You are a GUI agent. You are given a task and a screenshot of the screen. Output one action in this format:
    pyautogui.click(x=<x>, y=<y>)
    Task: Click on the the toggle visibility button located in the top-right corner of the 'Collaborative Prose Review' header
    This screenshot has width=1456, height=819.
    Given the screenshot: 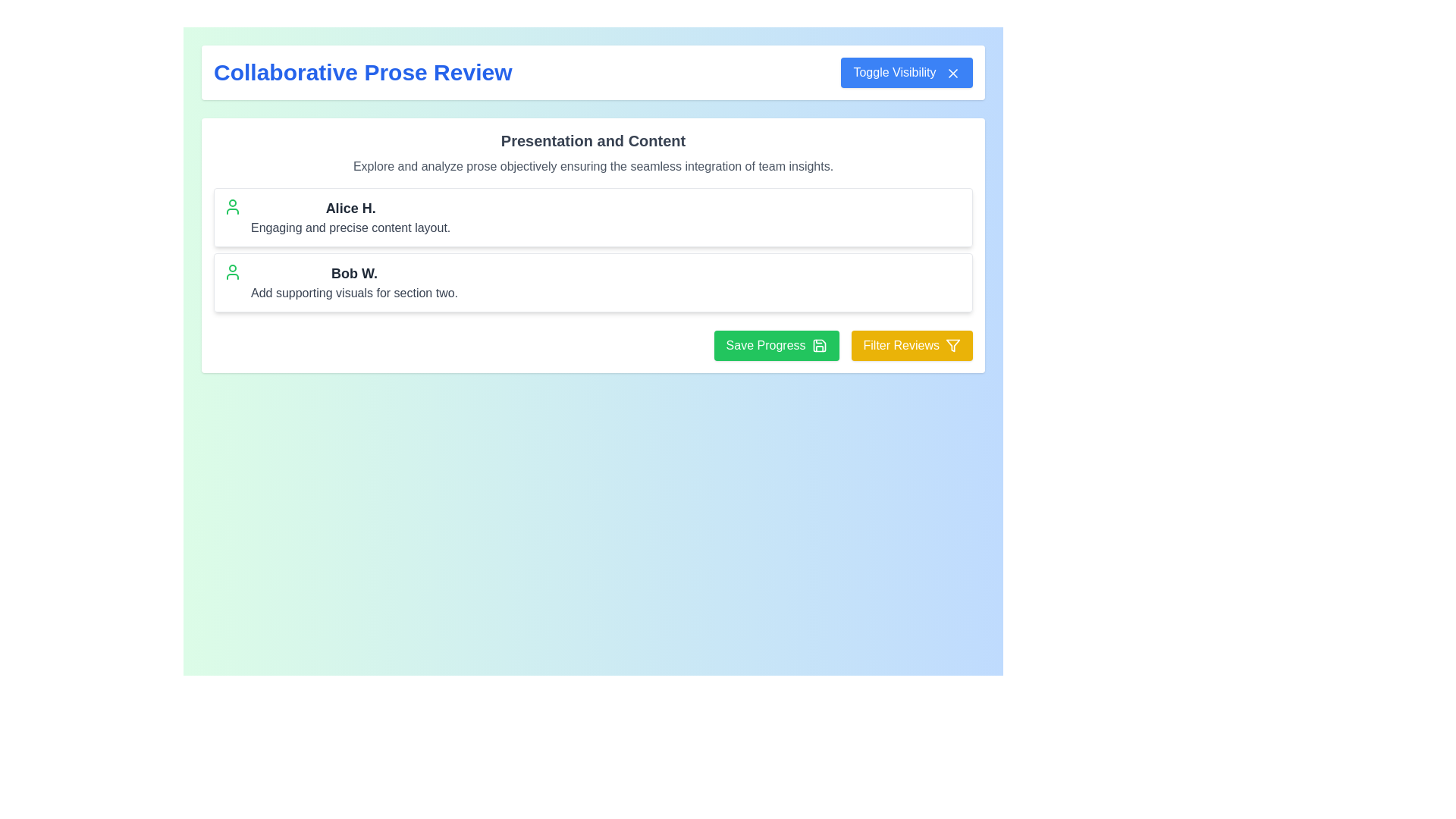 What is the action you would take?
    pyautogui.click(x=907, y=73)
    